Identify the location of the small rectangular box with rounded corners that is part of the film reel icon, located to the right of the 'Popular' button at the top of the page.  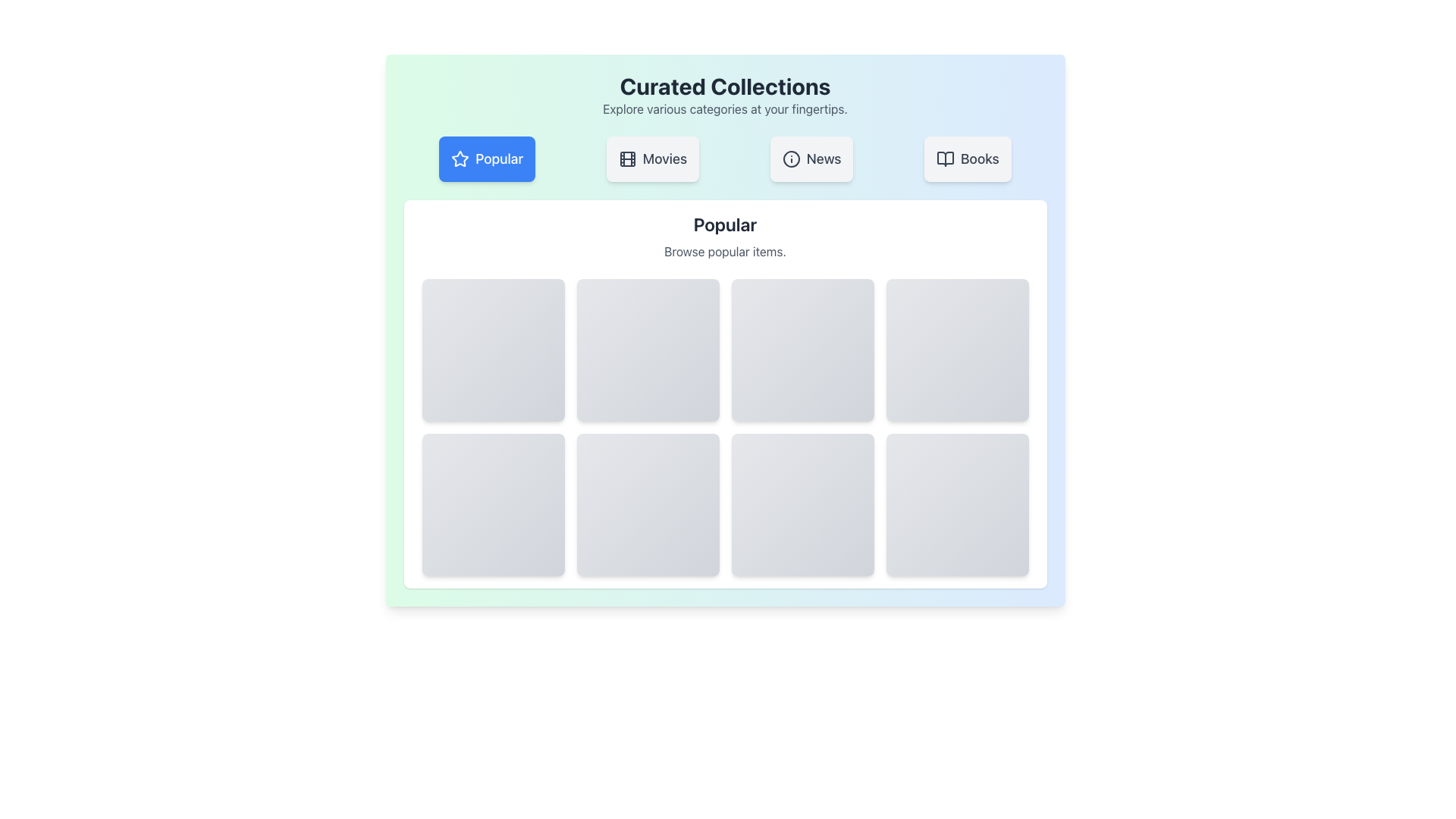
(627, 158).